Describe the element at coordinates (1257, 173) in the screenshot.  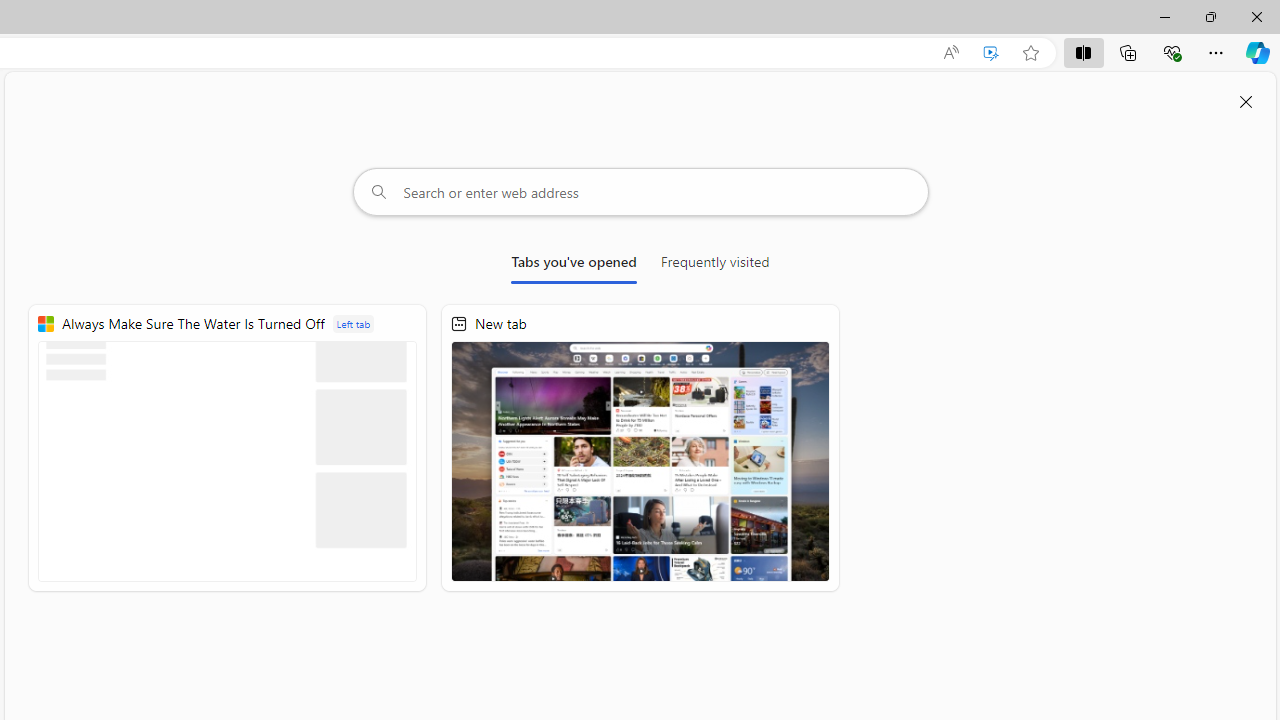
I see `'Outlook'` at that location.